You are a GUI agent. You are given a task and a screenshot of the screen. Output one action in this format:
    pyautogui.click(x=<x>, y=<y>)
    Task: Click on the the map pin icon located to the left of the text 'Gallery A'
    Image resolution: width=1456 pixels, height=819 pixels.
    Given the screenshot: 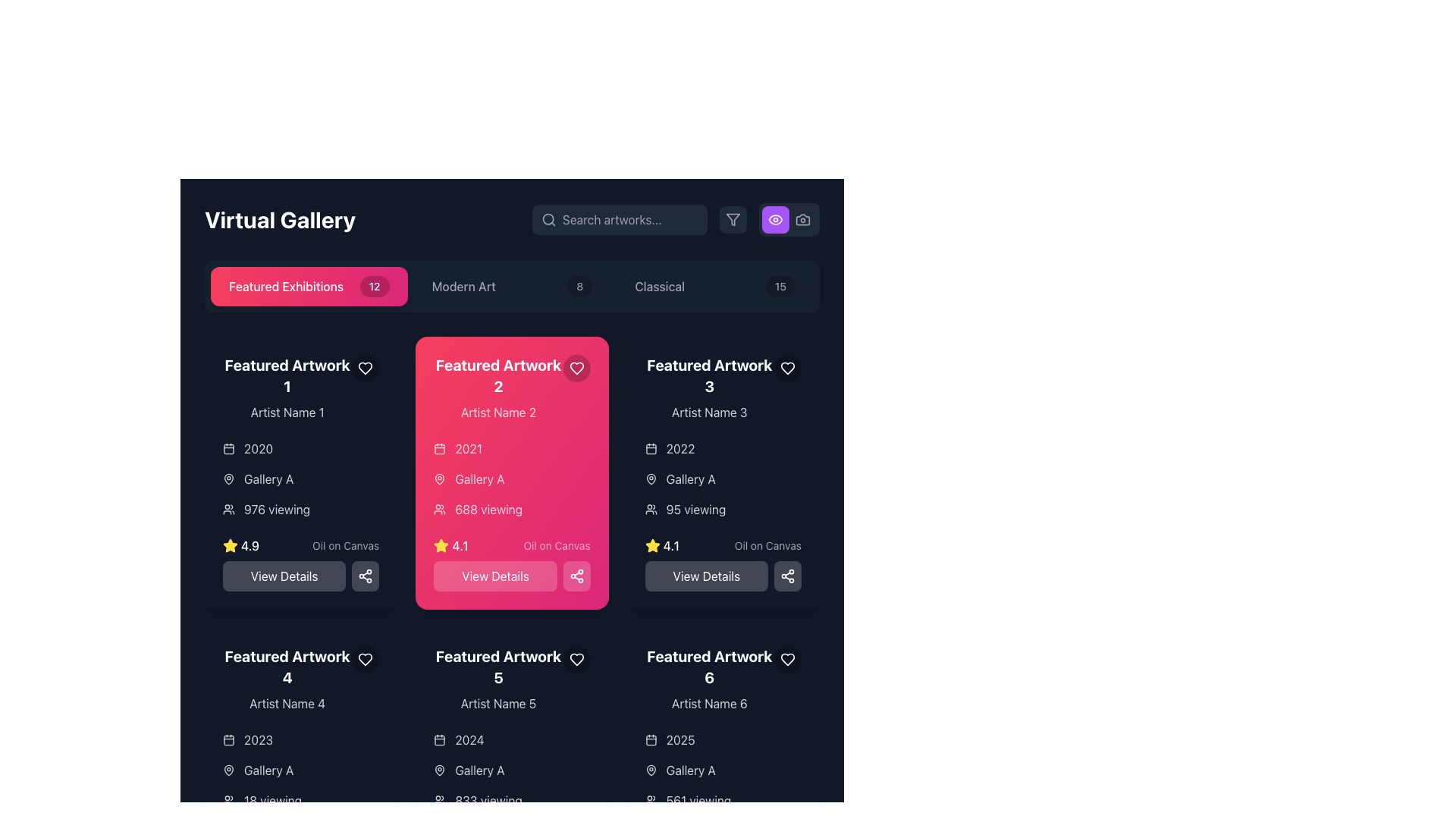 What is the action you would take?
    pyautogui.click(x=228, y=770)
    